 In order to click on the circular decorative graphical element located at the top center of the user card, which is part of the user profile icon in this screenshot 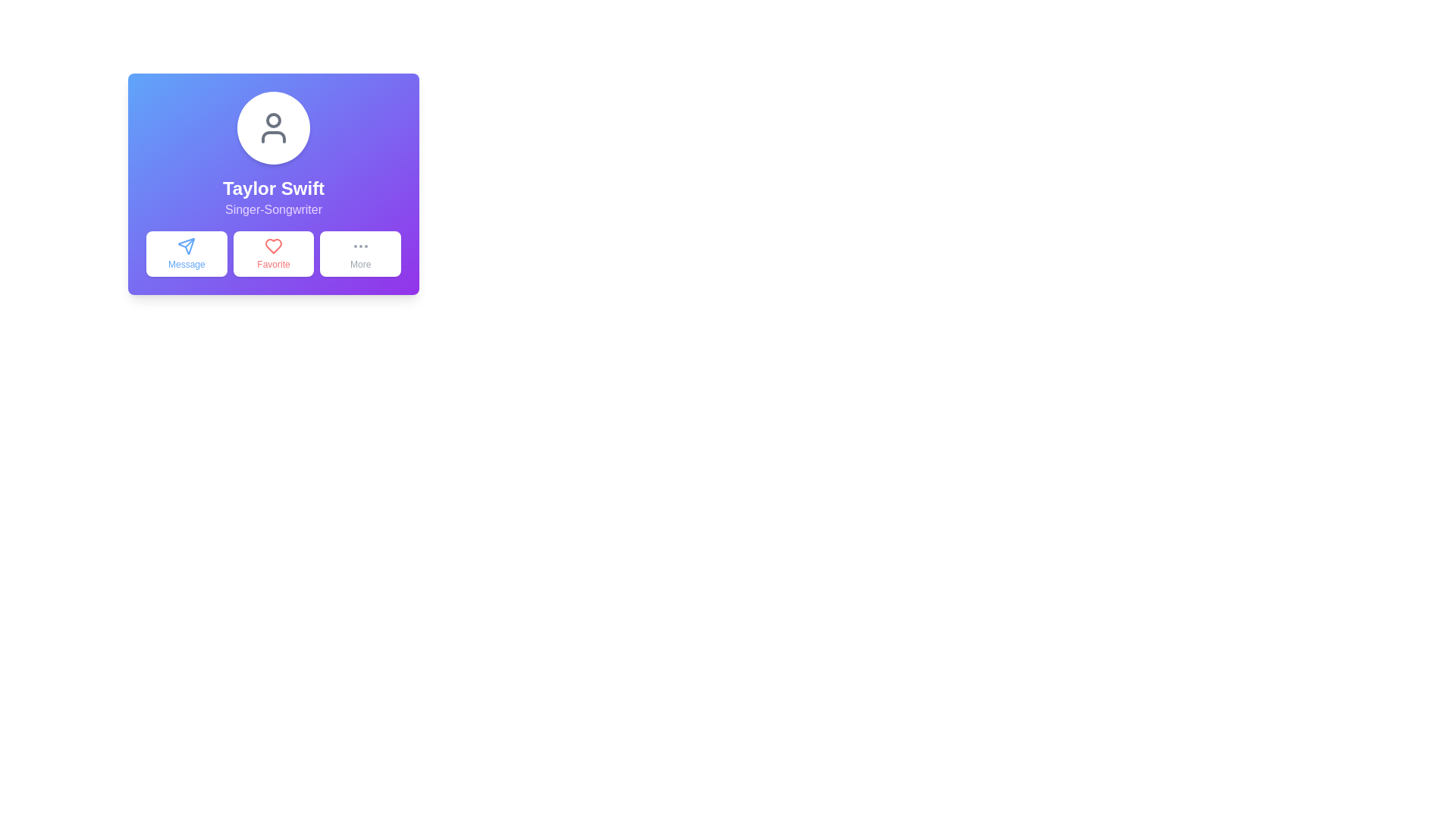, I will do `click(273, 119)`.